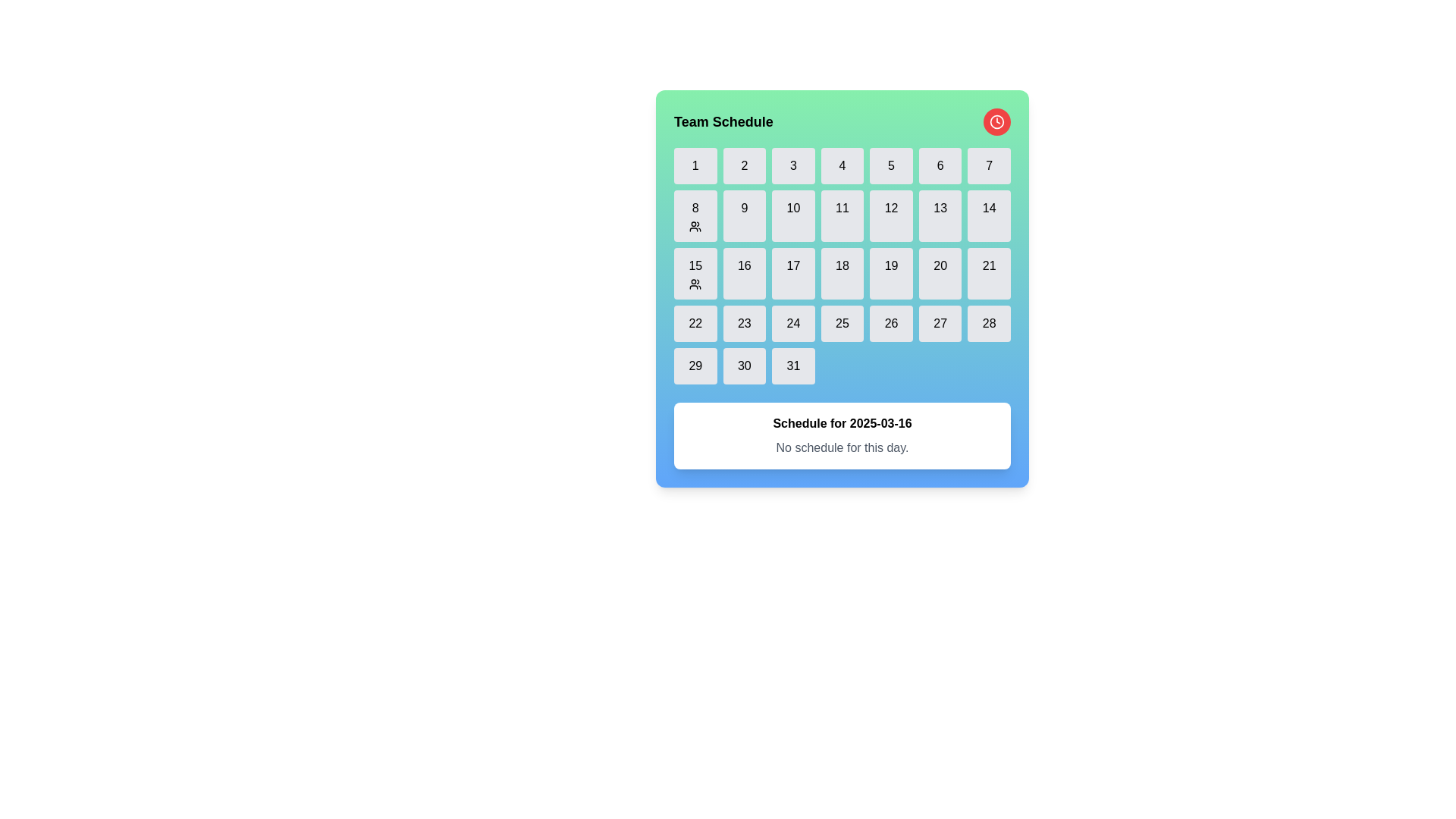 This screenshot has height=819, width=1456. I want to click on the button displaying the number '17' in the calendar-like interface, so click(792, 274).